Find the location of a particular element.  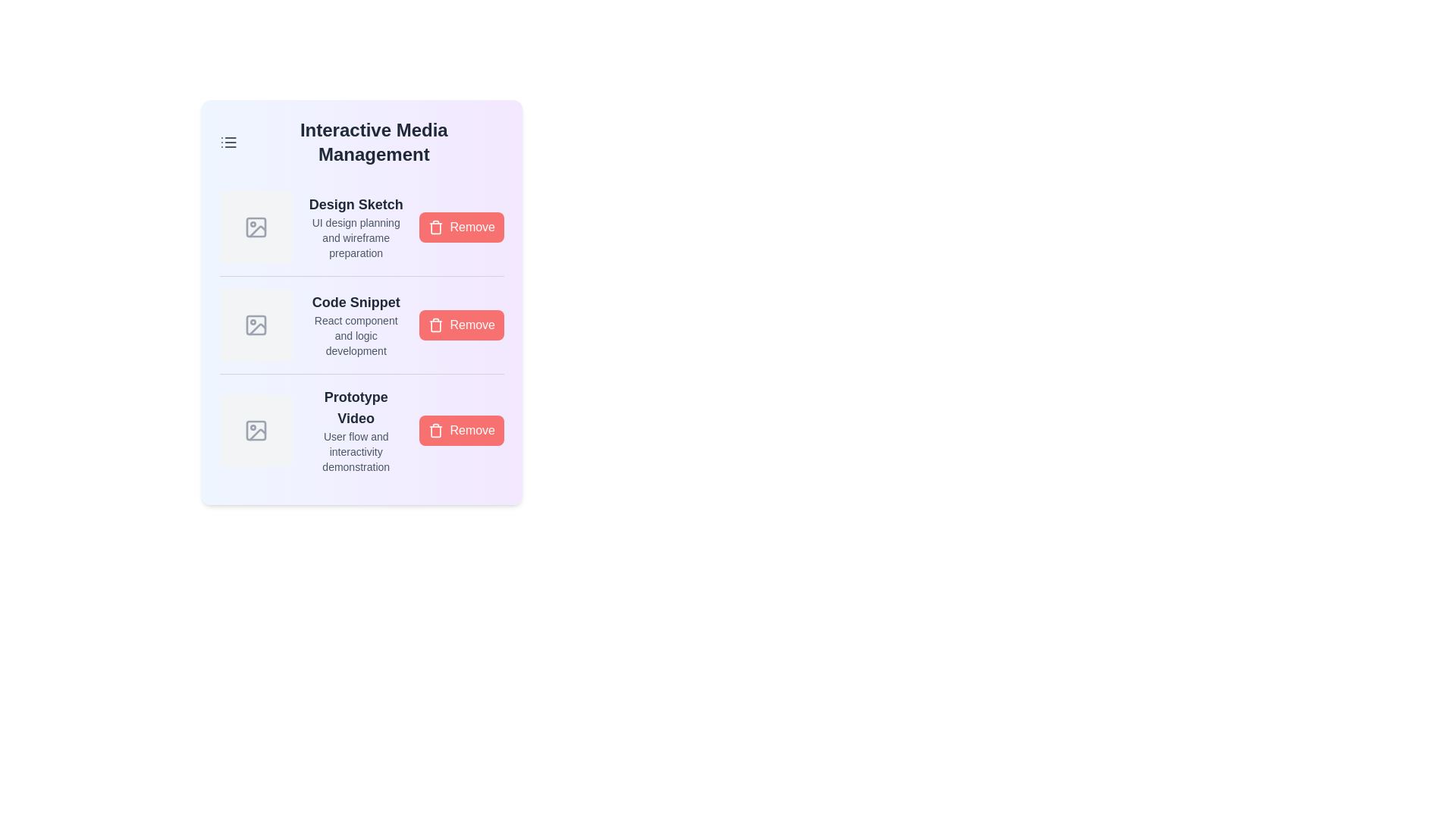

the media name Design Sketch to highlight it for copying is located at coordinates (355, 205).